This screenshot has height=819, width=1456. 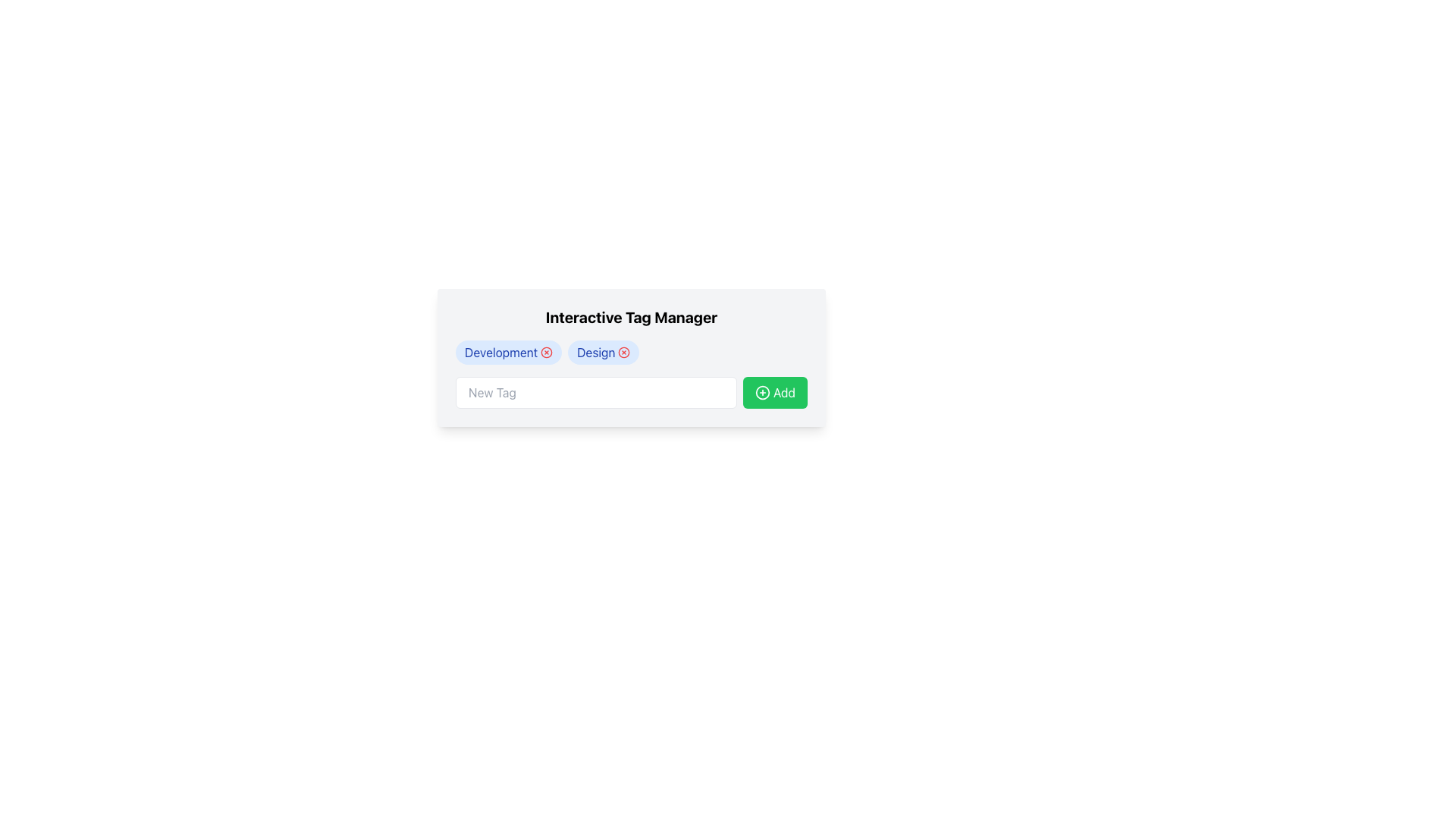 What do you see at coordinates (501, 353) in the screenshot?
I see `on the 'Development' tag in the 'Interactive Tag Manager' section` at bounding box center [501, 353].